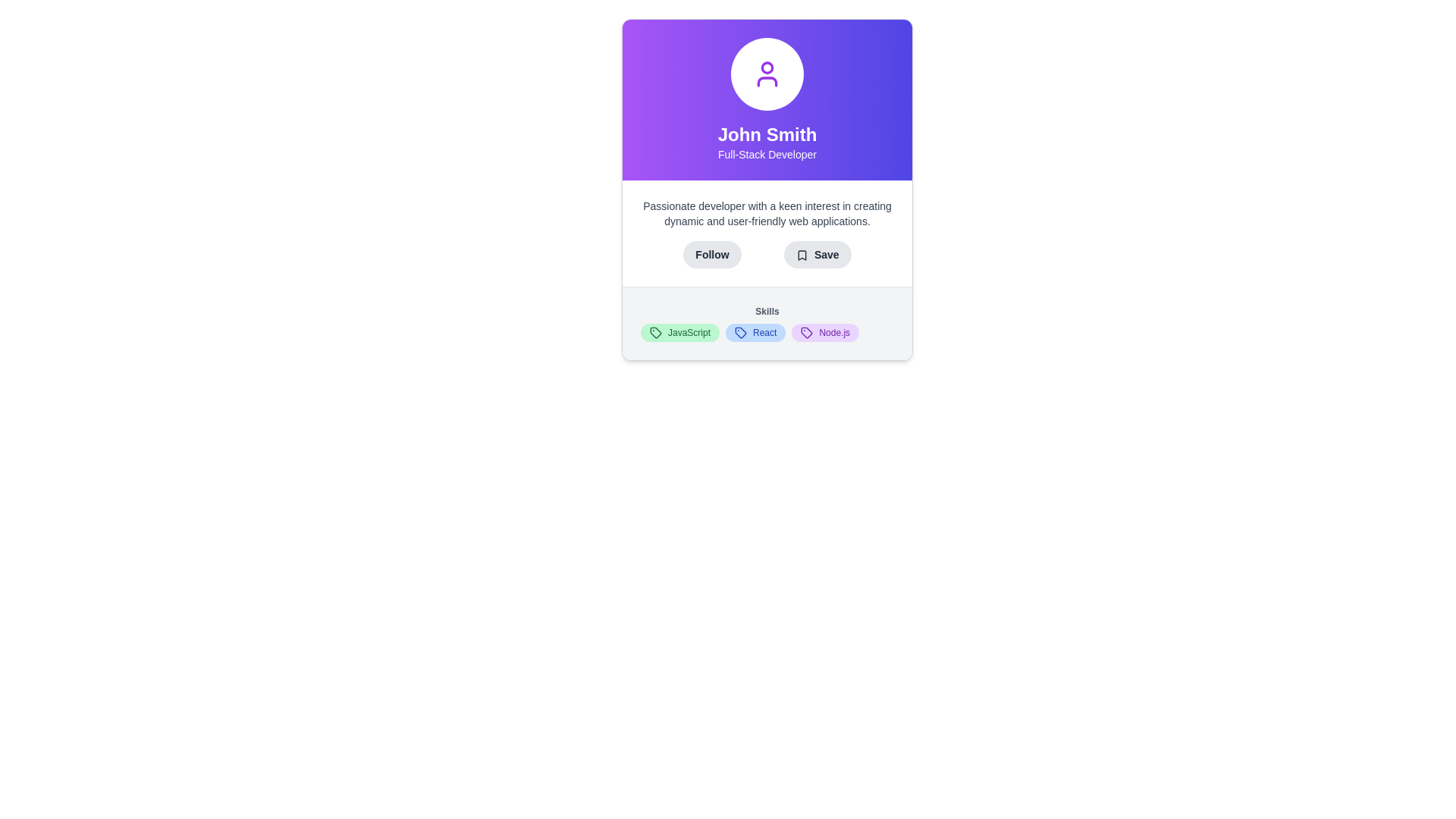 The height and width of the screenshot is (819, 1456). What do you see at coordinates (767, 133) in the screenshot?
I see `the text label displaying 'John Smith' in a bold, large font, which is styled center-aligned within a violet gradient background` at bounding box center [767, 133].